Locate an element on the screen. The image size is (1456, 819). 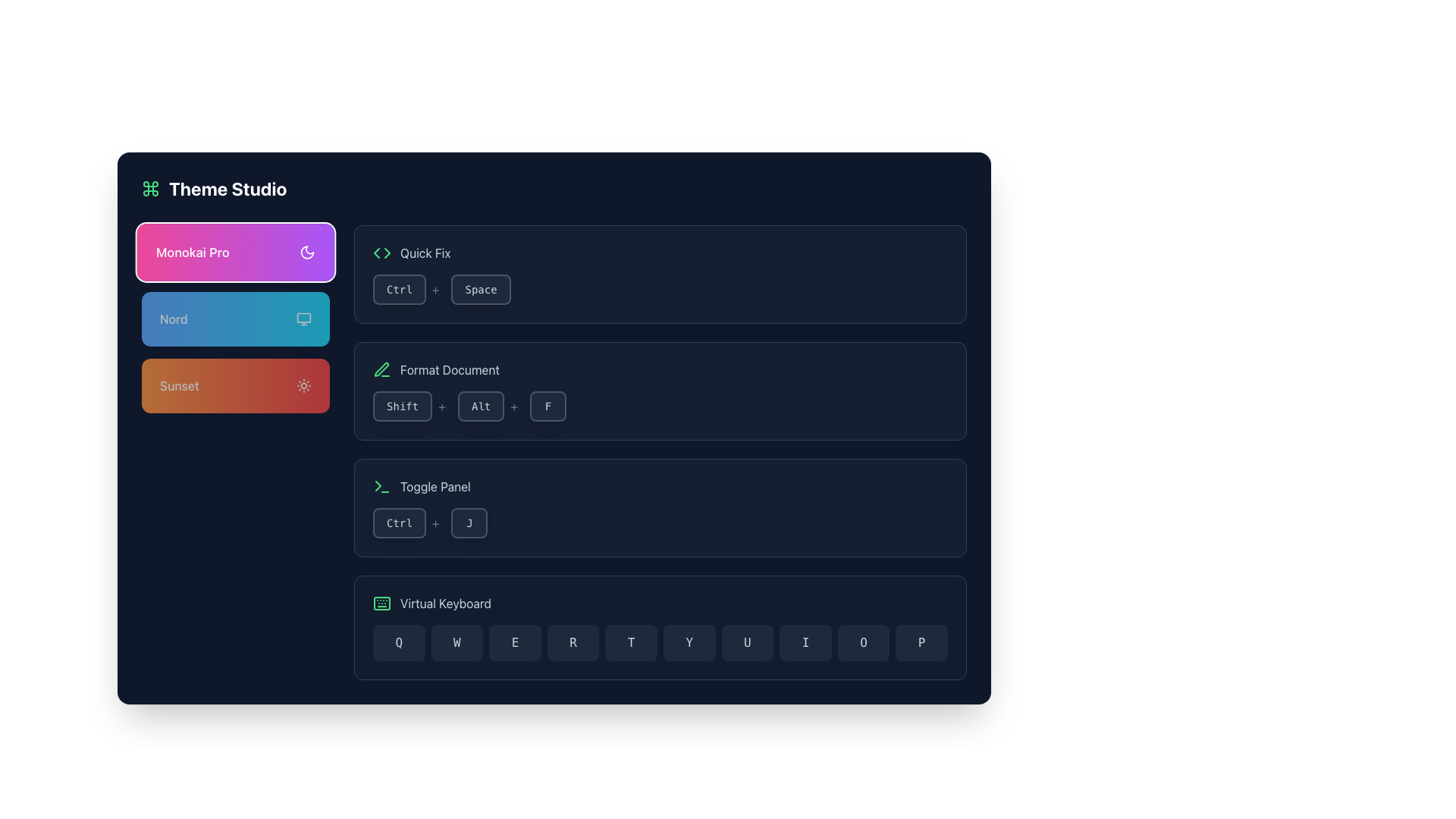
the sun icon located in the 'Sunset' section is located at coordinates (303, 385).